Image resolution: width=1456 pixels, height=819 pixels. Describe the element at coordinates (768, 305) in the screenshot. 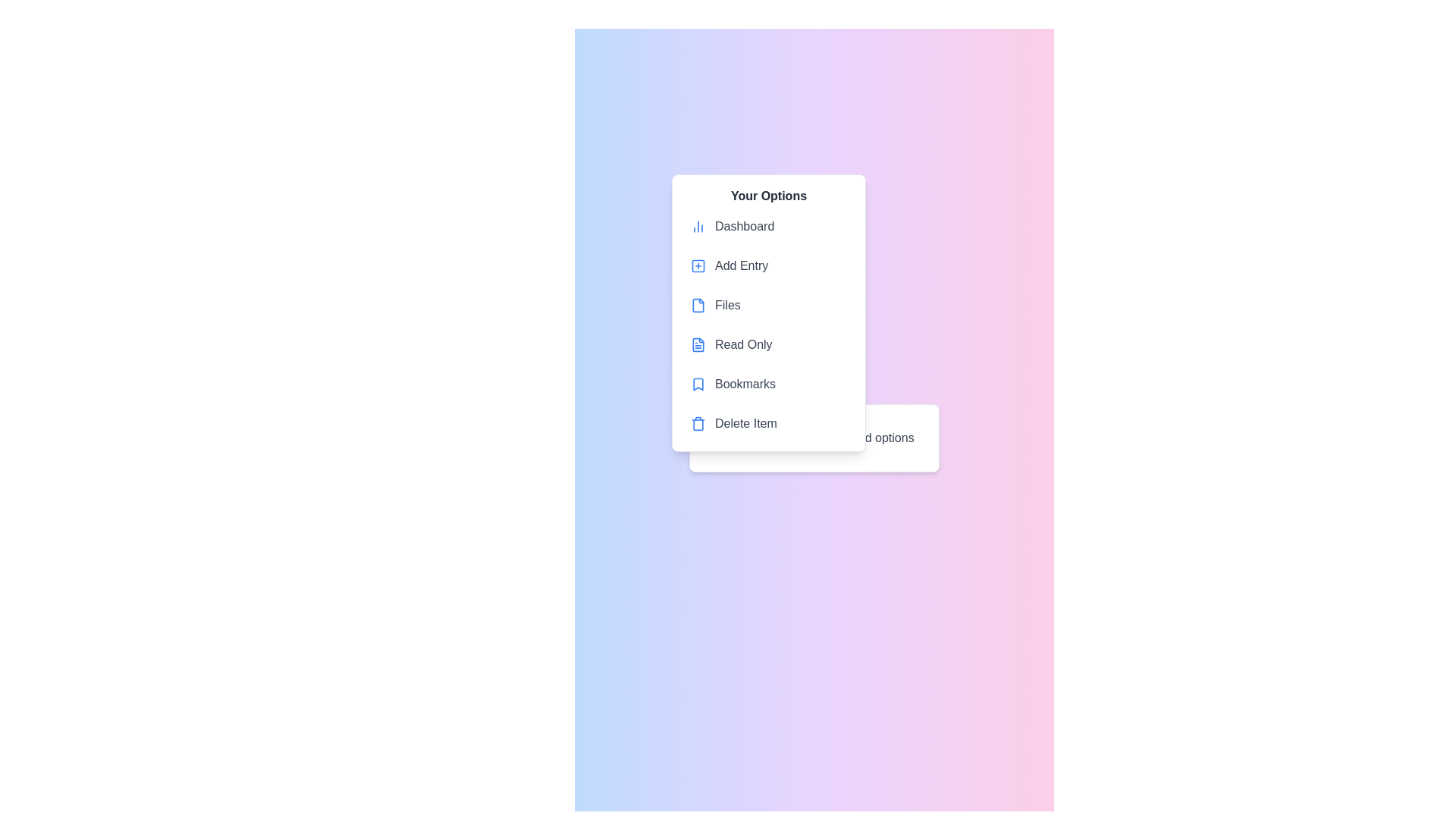

I see `the menu item labeled 'Files' in the context menu` at that location.